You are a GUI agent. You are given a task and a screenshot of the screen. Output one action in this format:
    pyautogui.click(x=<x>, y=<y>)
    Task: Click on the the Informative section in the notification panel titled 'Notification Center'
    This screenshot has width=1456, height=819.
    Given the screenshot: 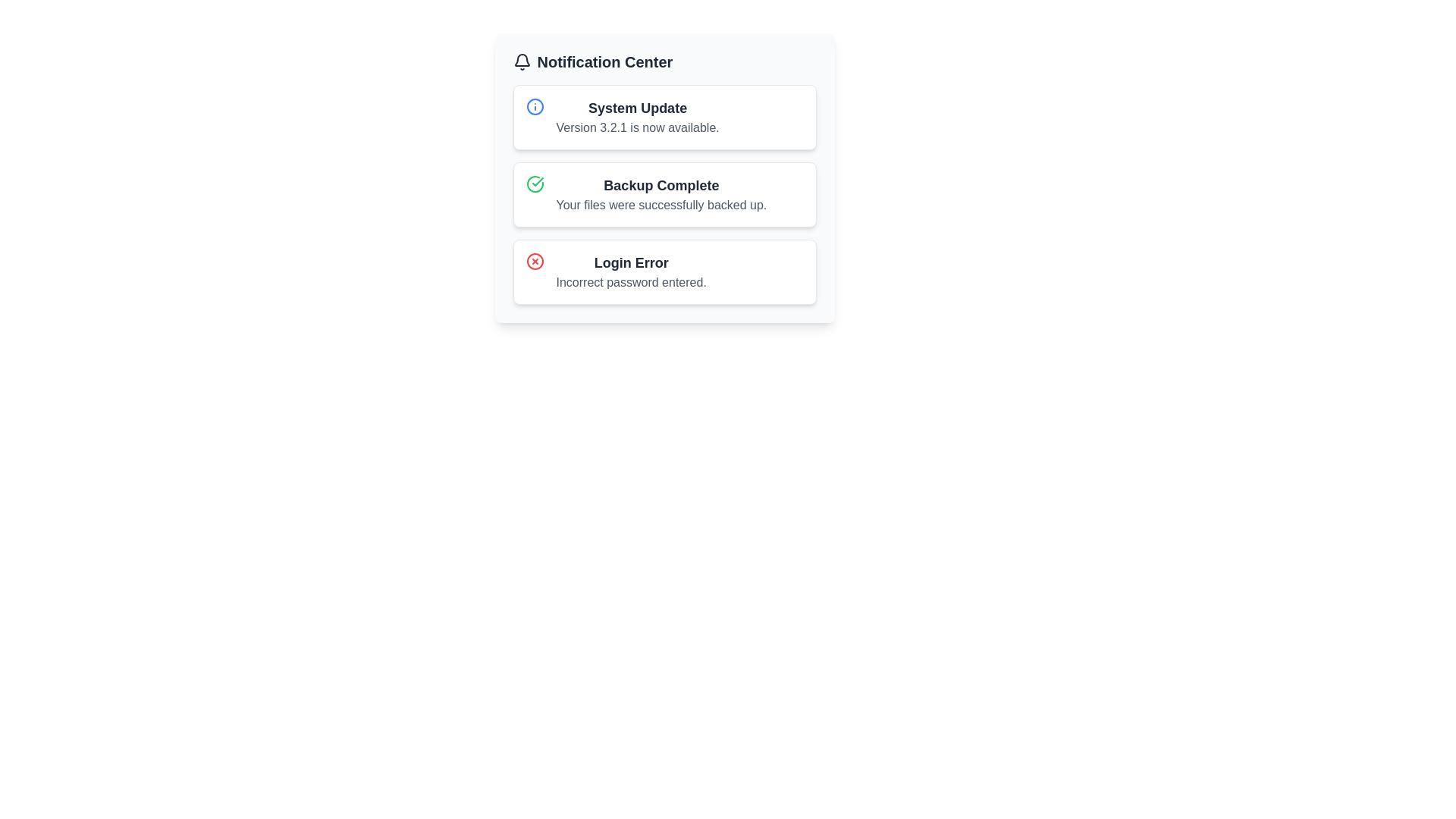 What is the action you would take?
    pyautogui.click(x=664, y=177)
    